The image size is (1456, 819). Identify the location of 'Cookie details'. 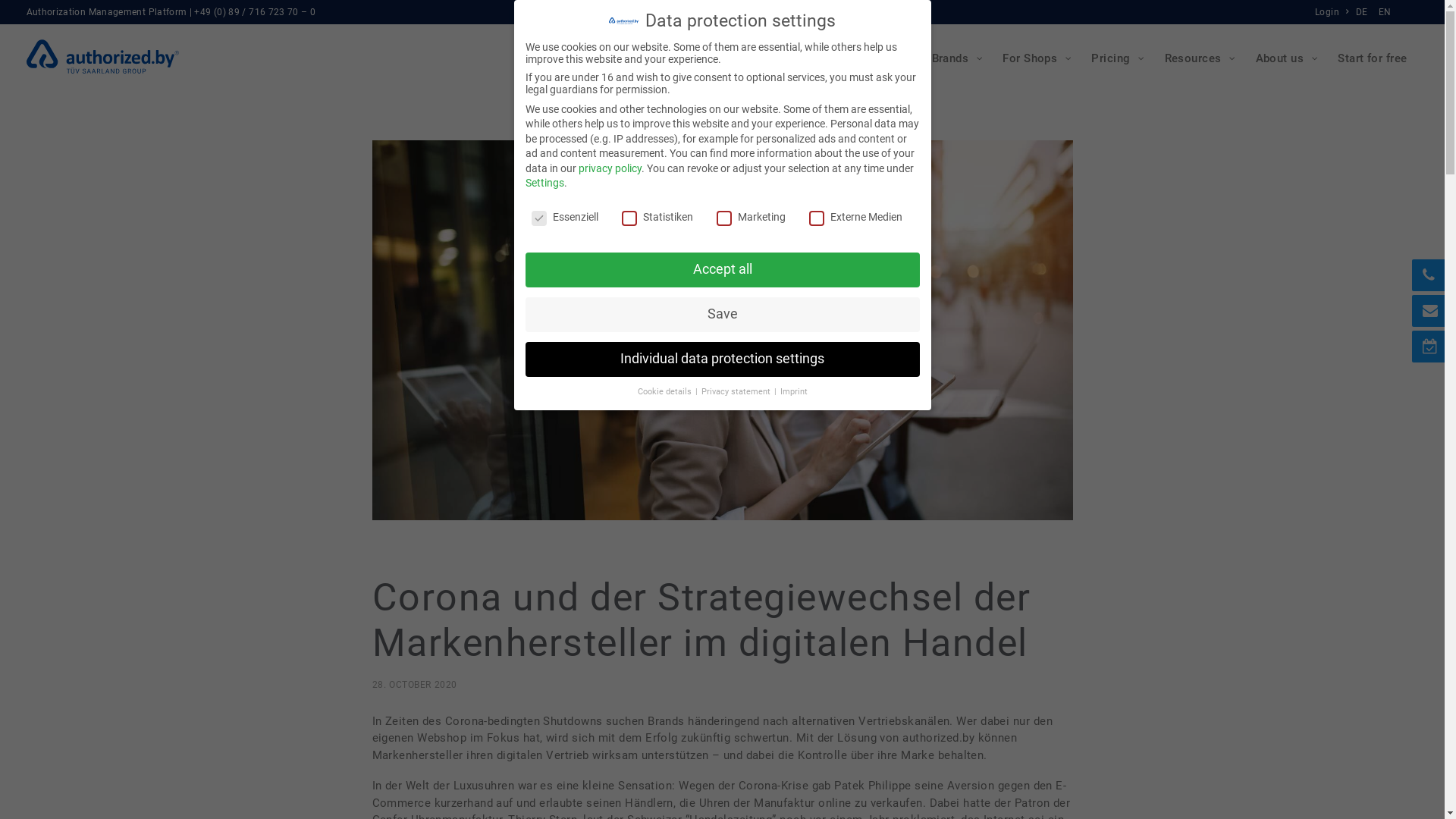
(665, 391).